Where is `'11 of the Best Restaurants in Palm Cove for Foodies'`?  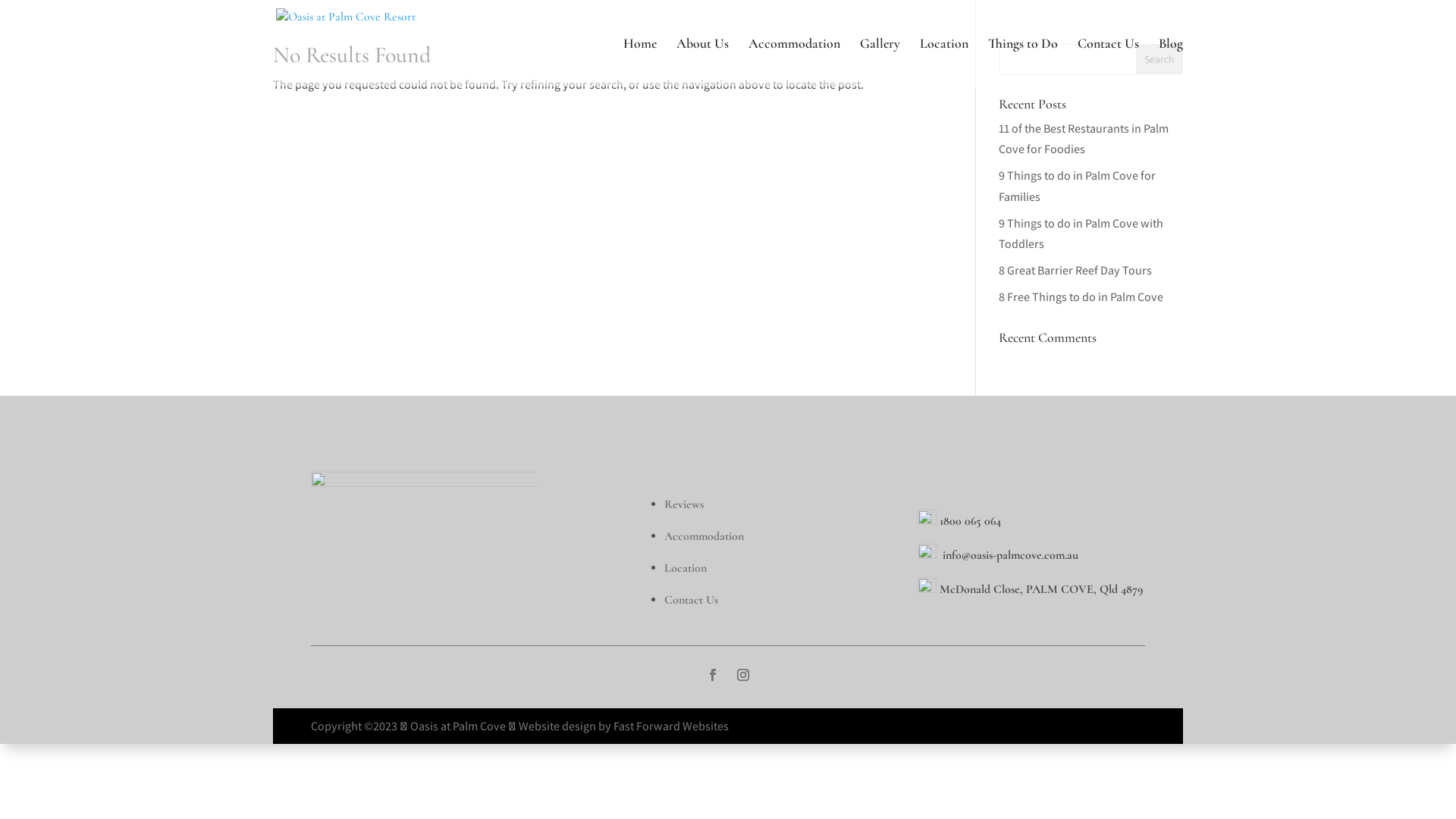
'11 of the Best Restaurants in Palm Cove for Foodies' is located at coordinates (998, 138).